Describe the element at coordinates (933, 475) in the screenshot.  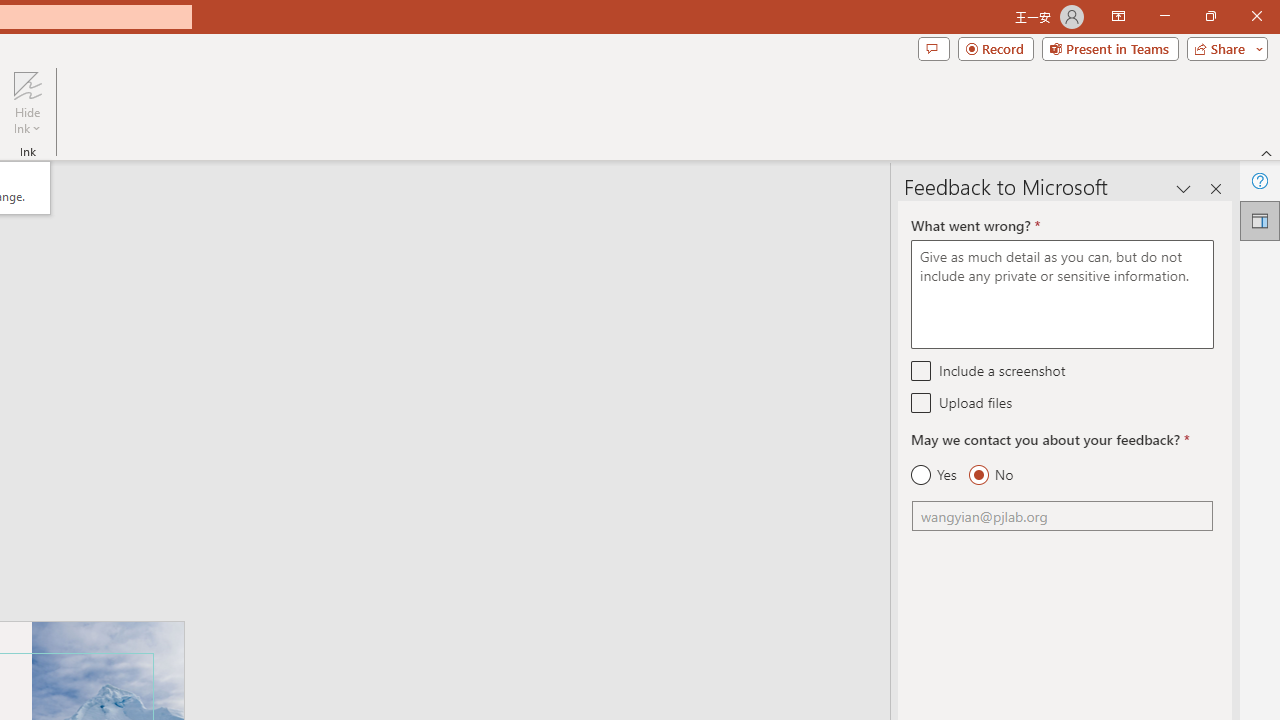
I see `'Yes'` at that location.